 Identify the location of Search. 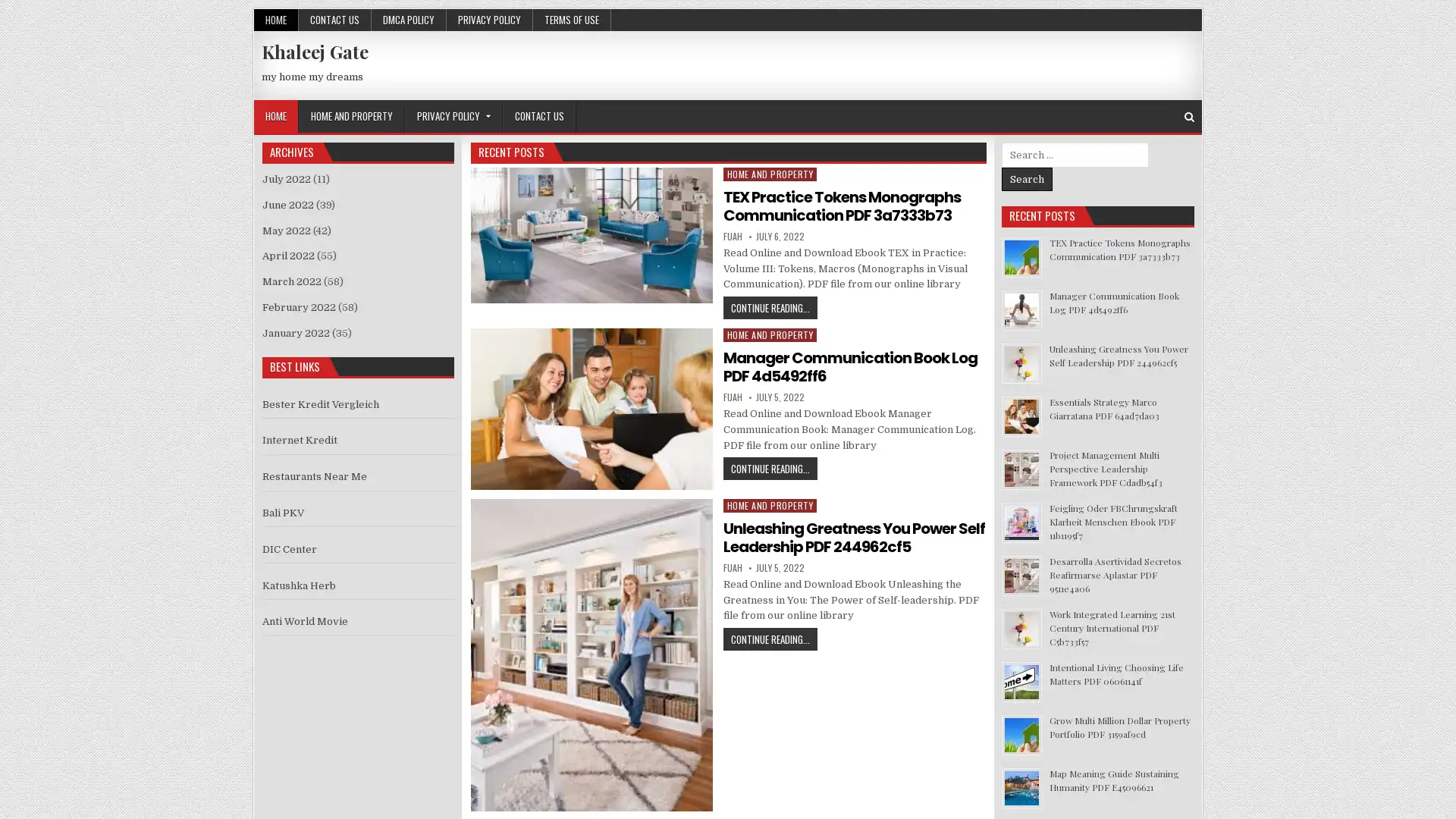
(1027, 178).